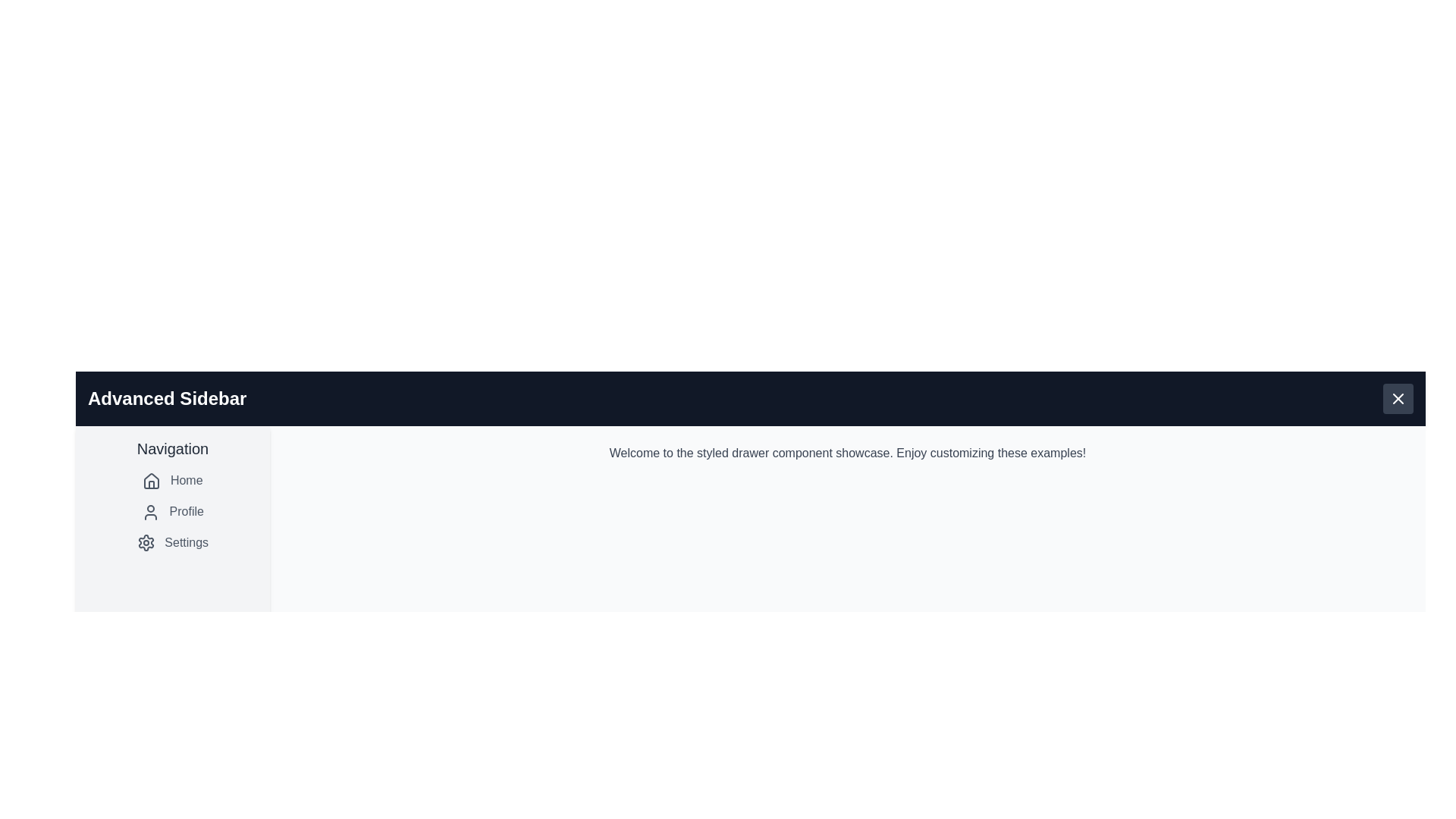  Describe the element at coordinates (151, 512) in the screenshot. I see `the user profile silhouette icon that is located next to the 'Profile' text label in the 'Navigation' section of the sidebar` at that location.